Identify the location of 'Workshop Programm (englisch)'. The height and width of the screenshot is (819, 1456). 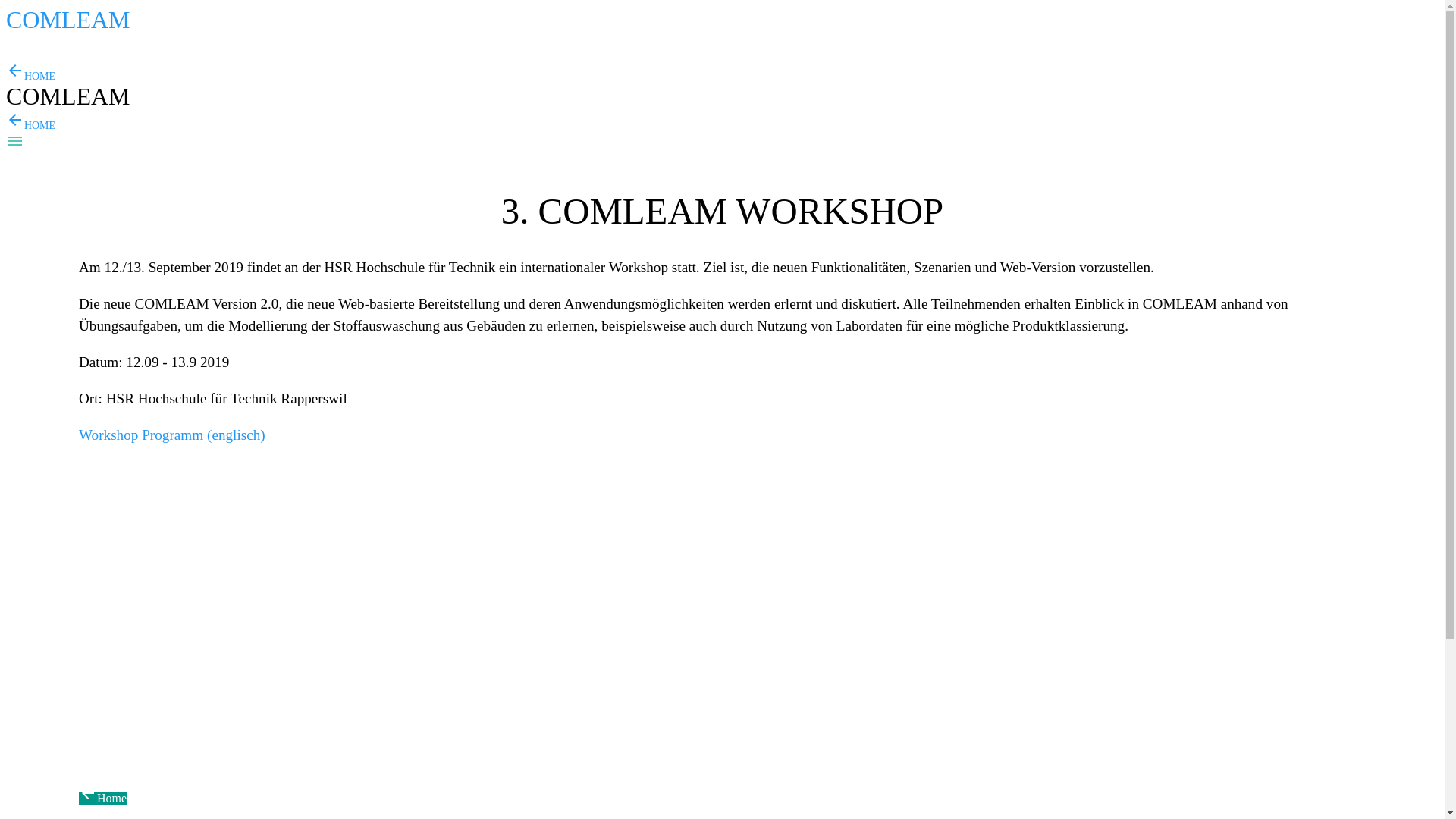
(171, 435).